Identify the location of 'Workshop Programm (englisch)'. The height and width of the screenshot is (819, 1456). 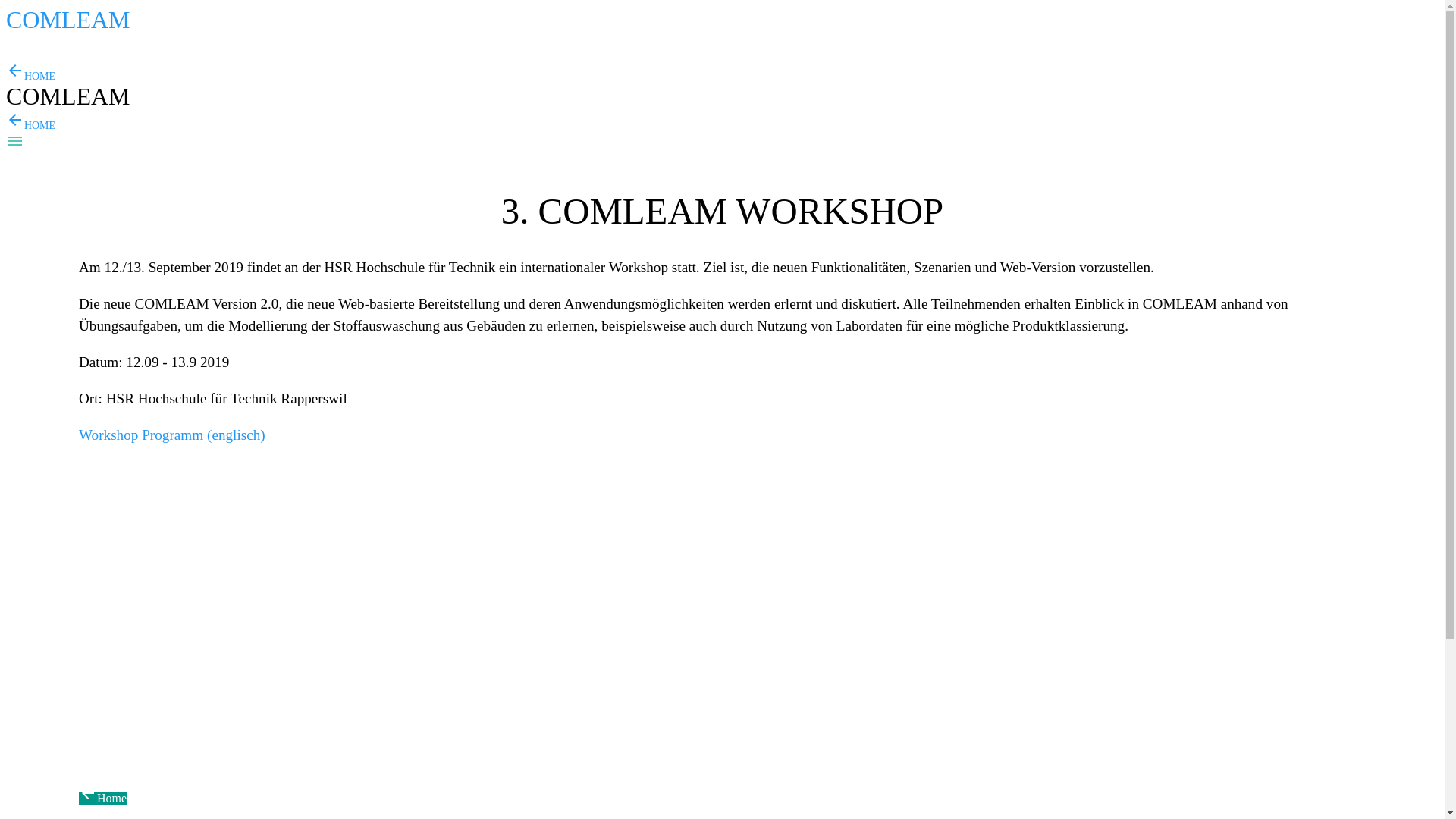
(171, 435).